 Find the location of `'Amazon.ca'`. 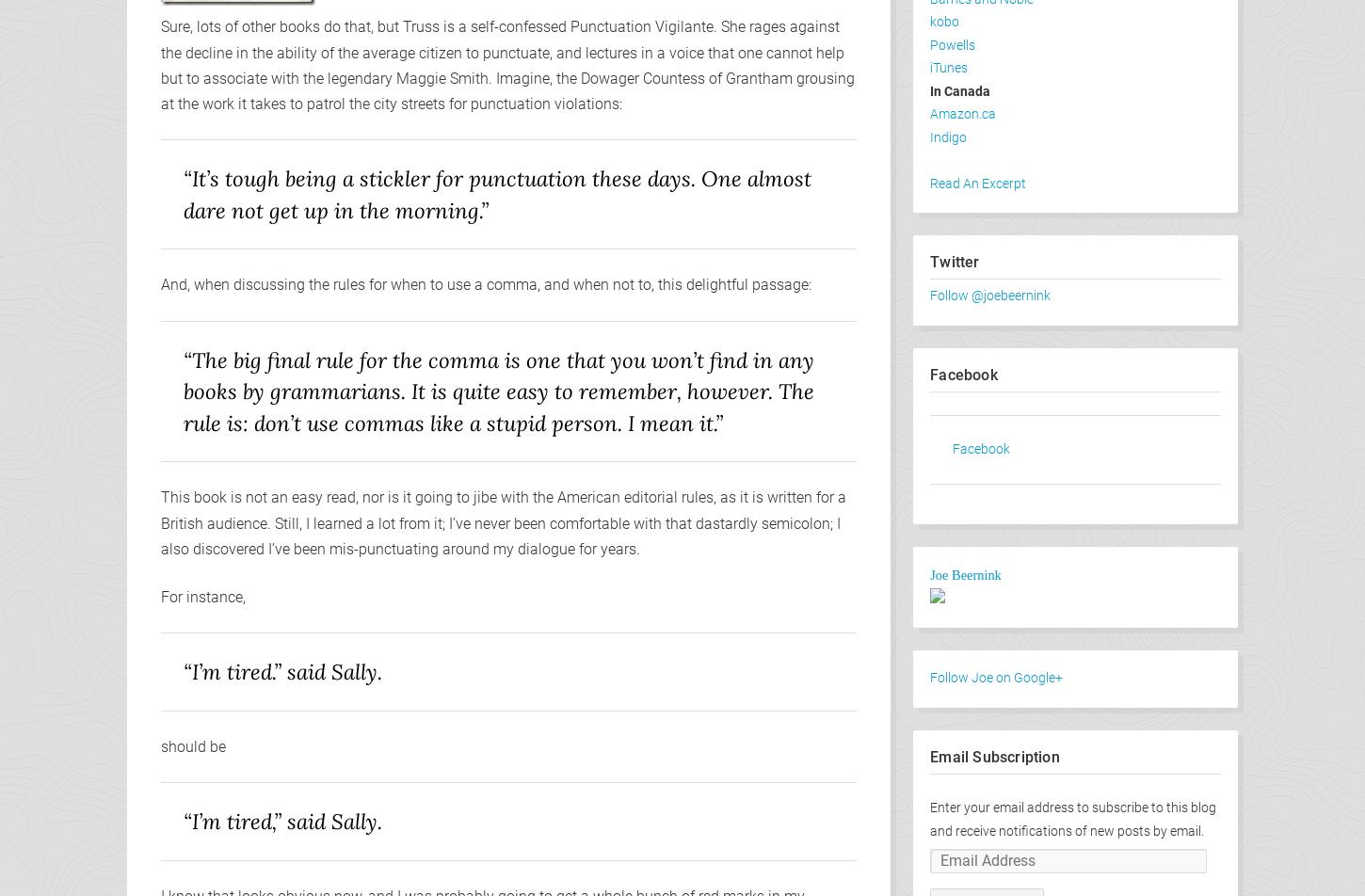

'Amazon.ca' is located at coordinates (962, 114).